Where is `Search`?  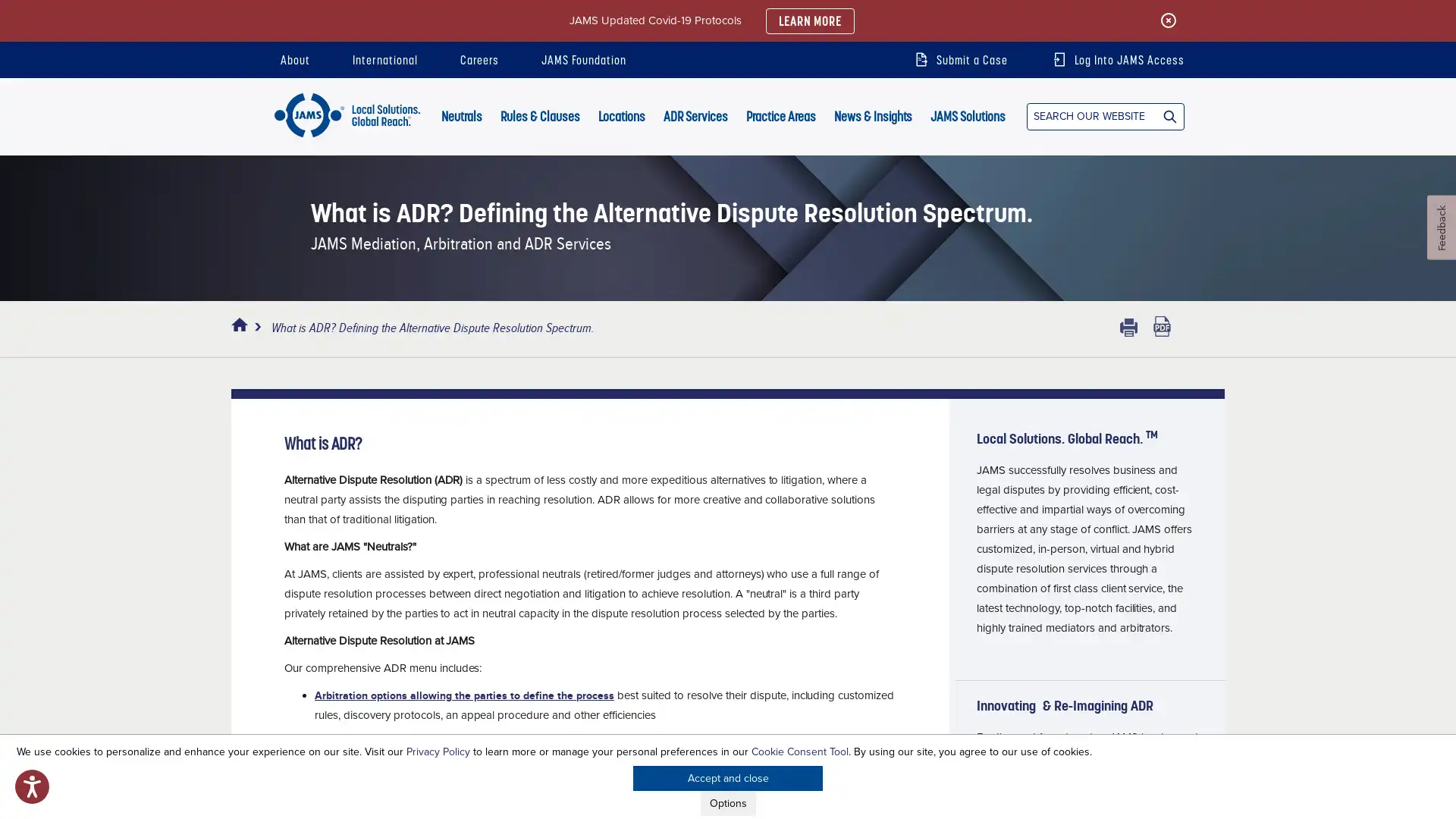 Search is located at coordinates (1169, 115).